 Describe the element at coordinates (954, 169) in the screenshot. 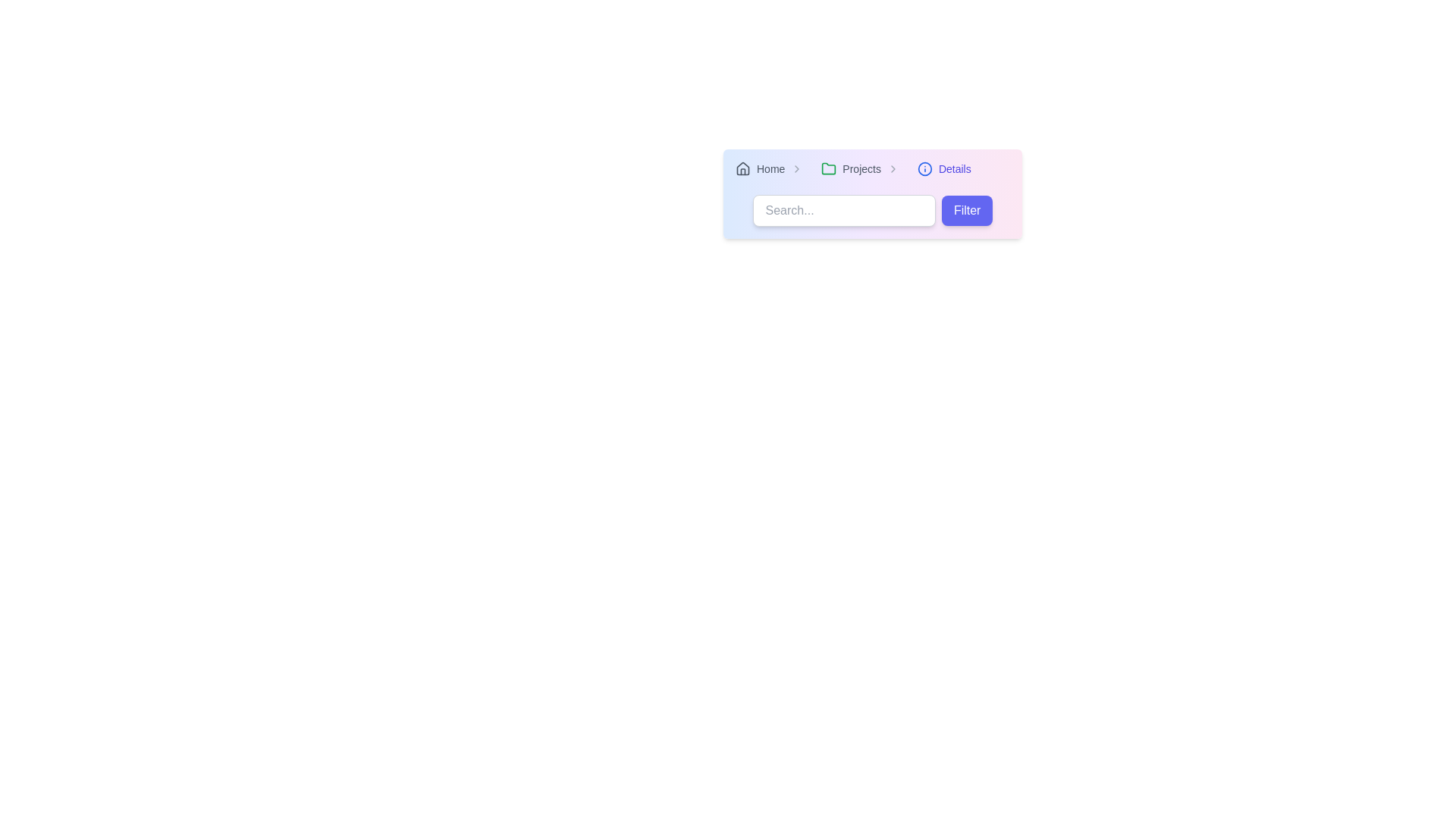

I see `the details presented by clicking on the Text Label located in the breadcrumbs navigation section, which follows an info icon` at that location.